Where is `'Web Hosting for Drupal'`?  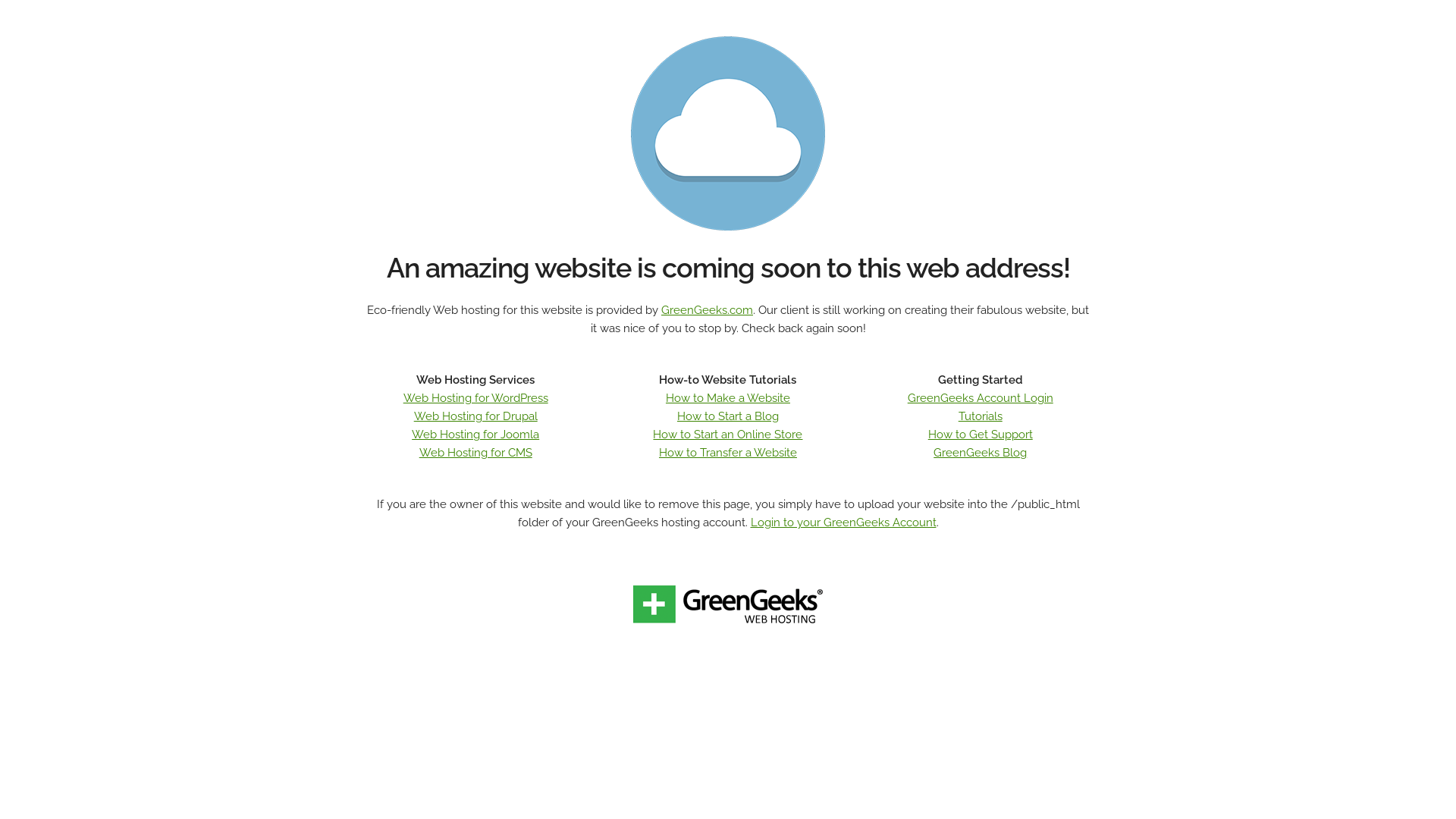
'Web Hosting for Drupal' is located at coordinates (475, 416).